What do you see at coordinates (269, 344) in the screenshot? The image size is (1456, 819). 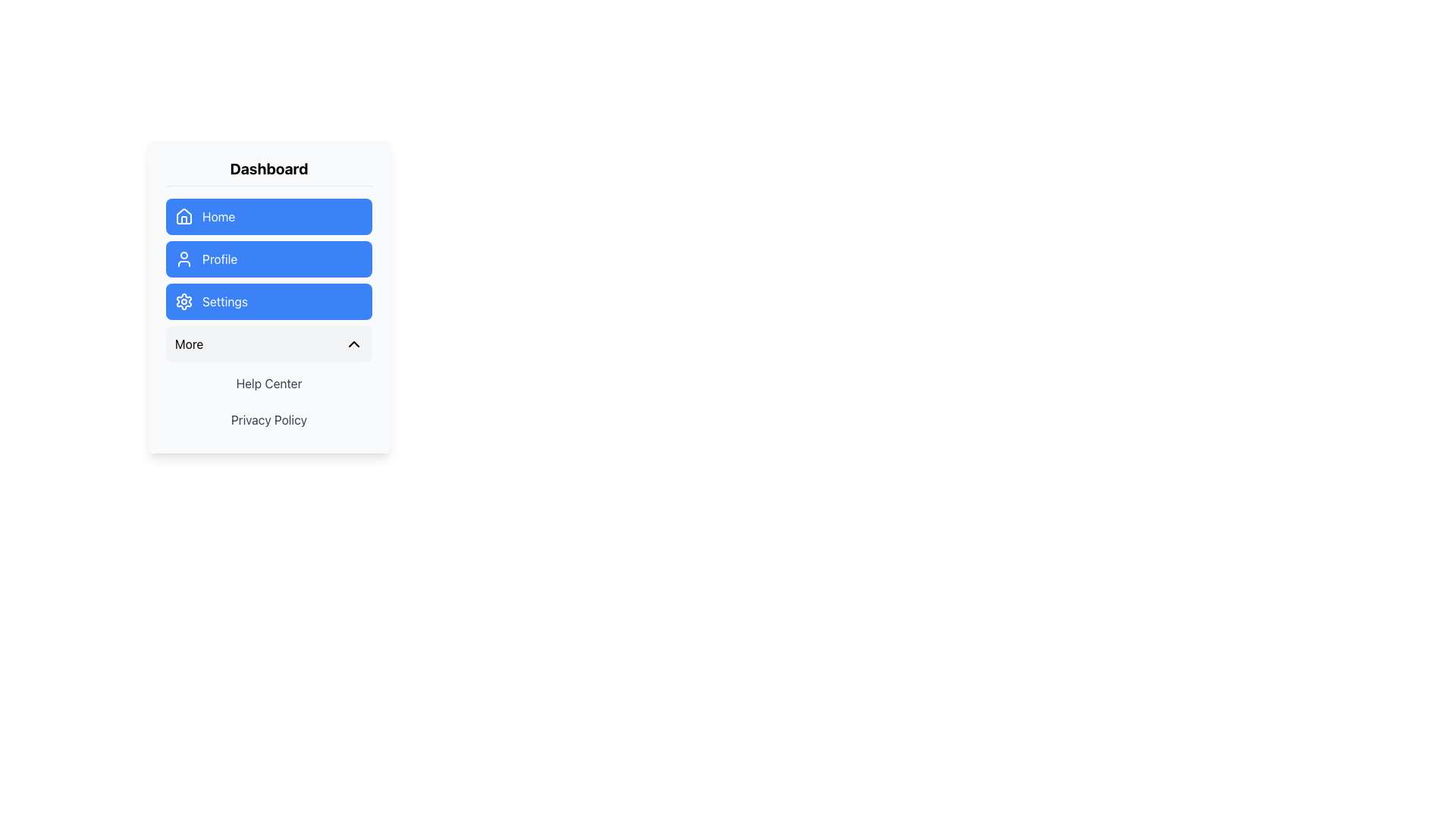 I see `the Expandable button located below the 'Settings' button and above the 'Help Center' and 'Privacy Policy' links` at bounding box center [269, 344].